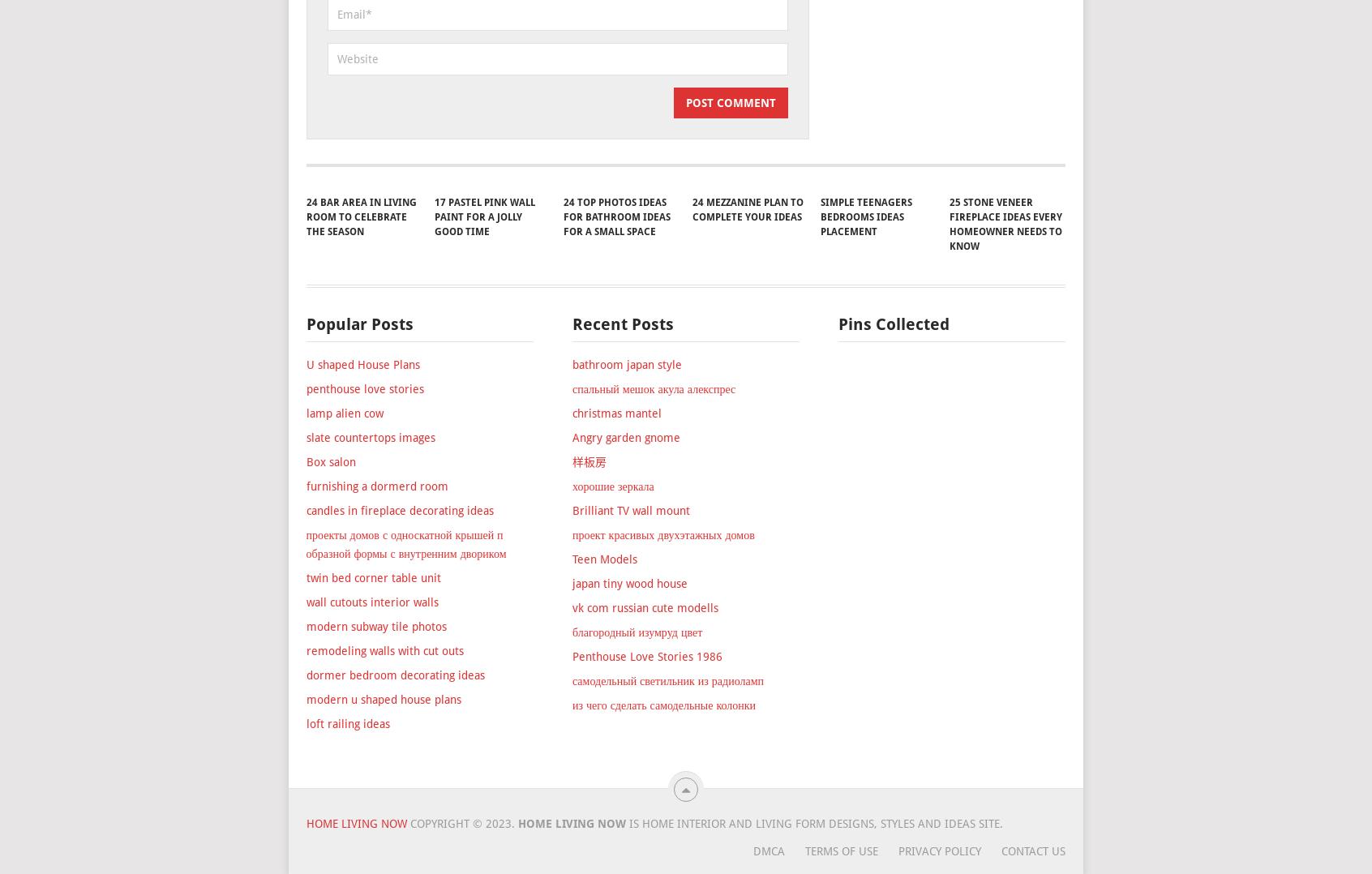 Image resolution: width=1372 pixels, height=874 pixels. What do you see at coordinates (346, 814) in the screenshot?
I see `'loft railing ideas'` at bounding box center [346, 814].